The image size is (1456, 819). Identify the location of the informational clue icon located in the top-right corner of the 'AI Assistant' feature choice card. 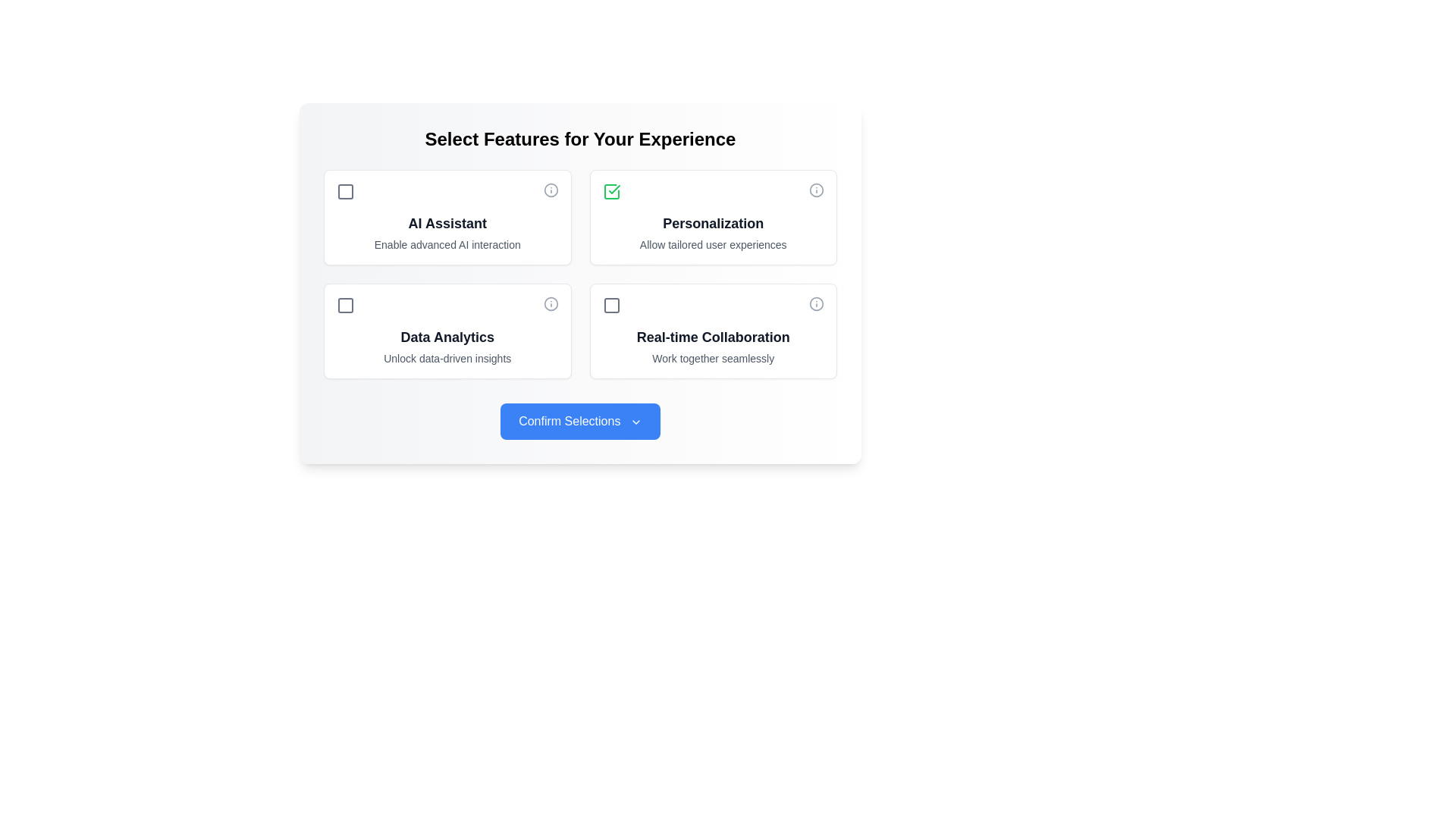
(550, 189).